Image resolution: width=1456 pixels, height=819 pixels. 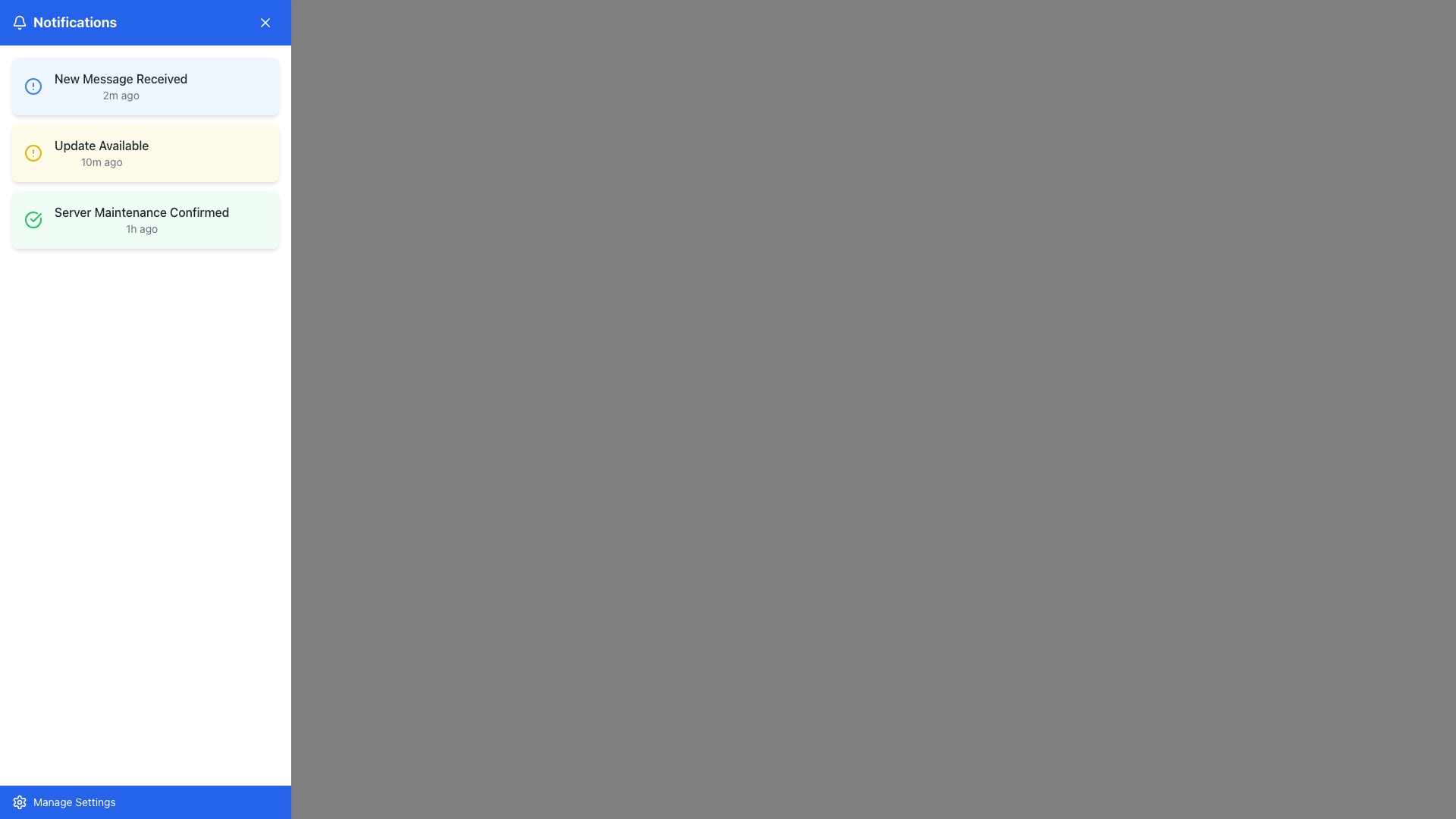 I want to click on the timestamp label located directly below the 'Update Available' text in the notification panel, which has a light yellow background, so click(x=101, y=162).